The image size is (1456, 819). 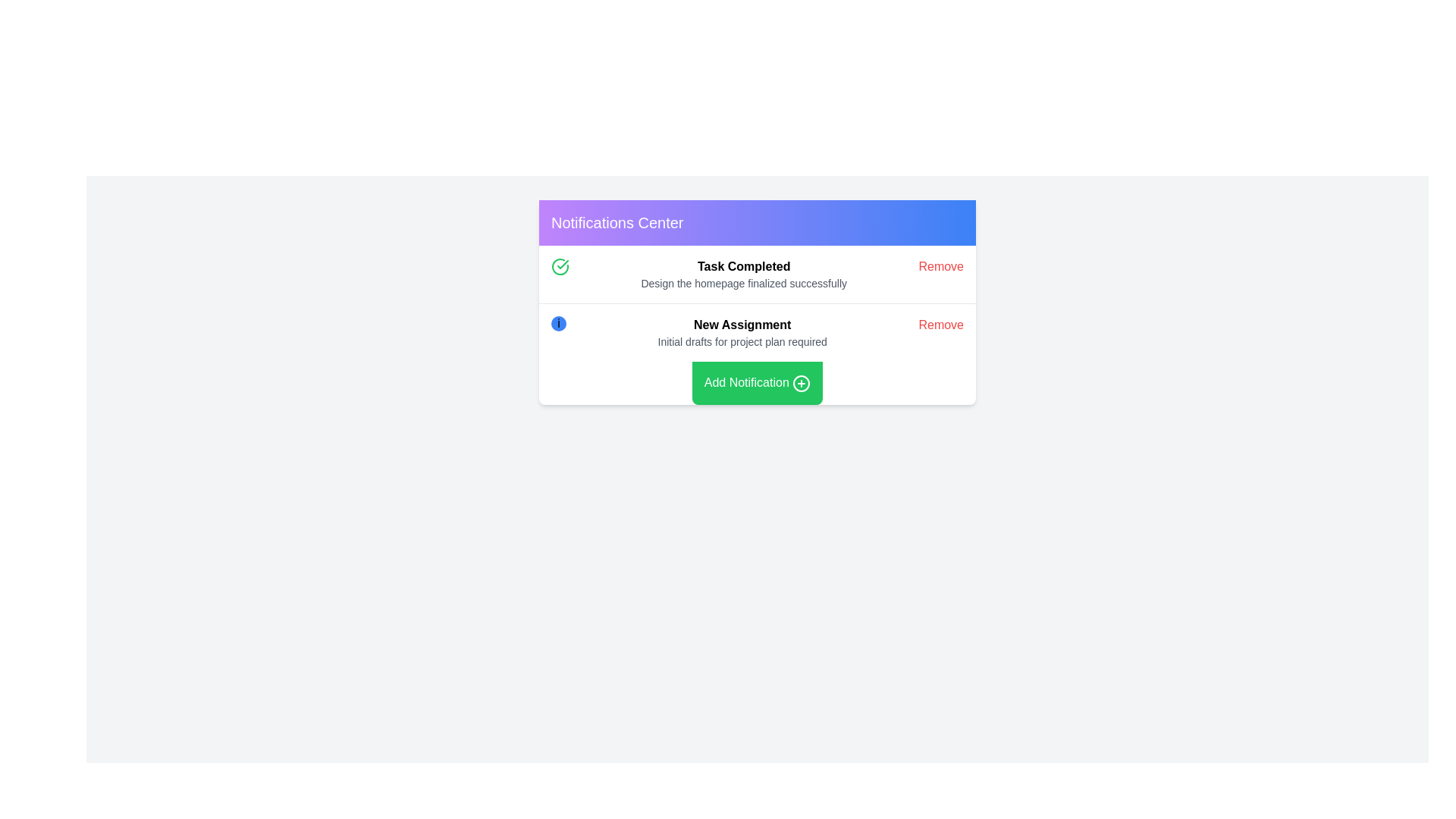 I want to click on the 'Add Notification' button within the Notifications Center card, which is styled with a white background and contains various sections with interactive elements, so click(x=757, y=301).